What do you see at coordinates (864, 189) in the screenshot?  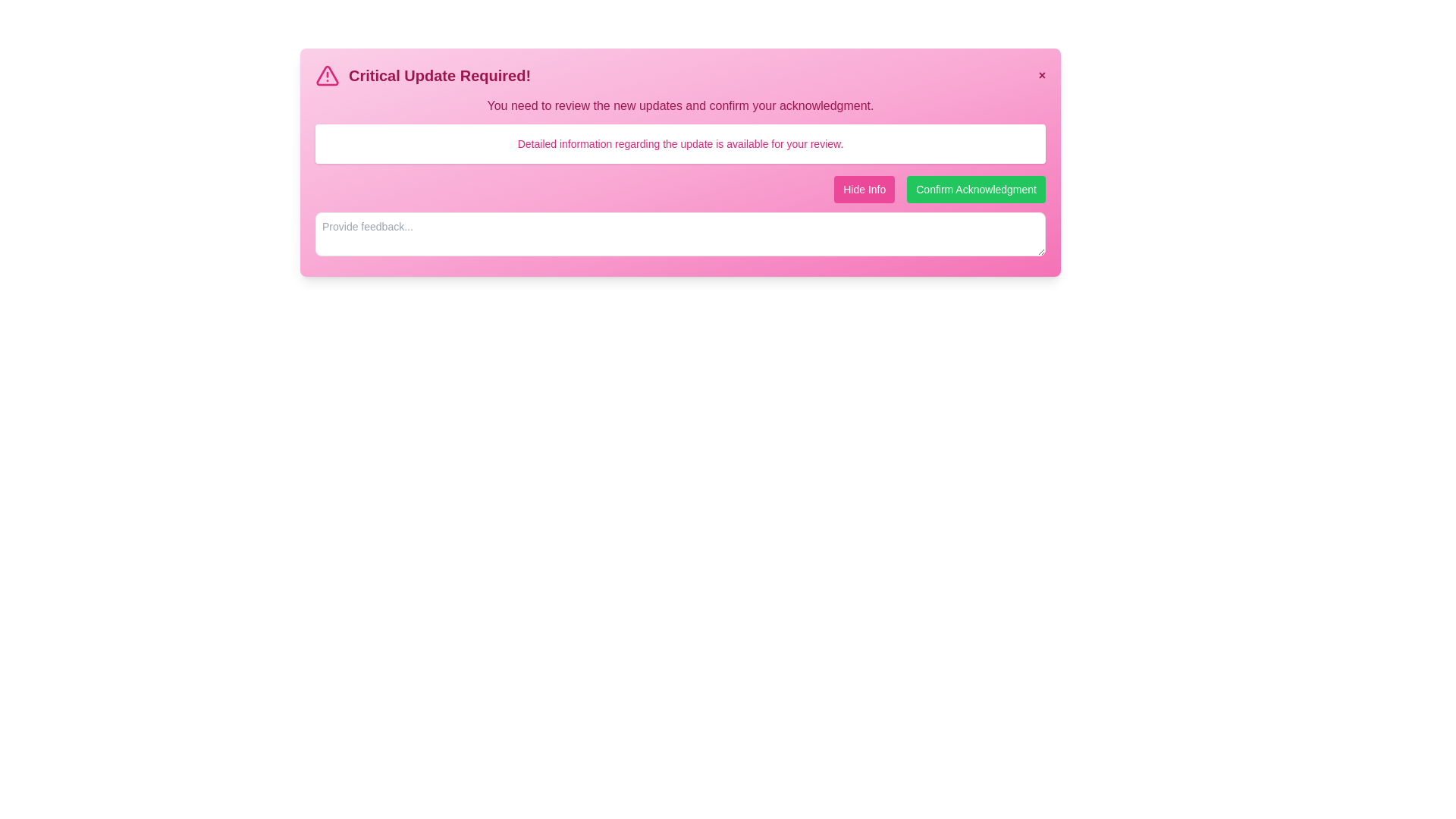 I see `the 'Hide Info' button to toggle the visibility of additional information` at bounding box center [864, 189].